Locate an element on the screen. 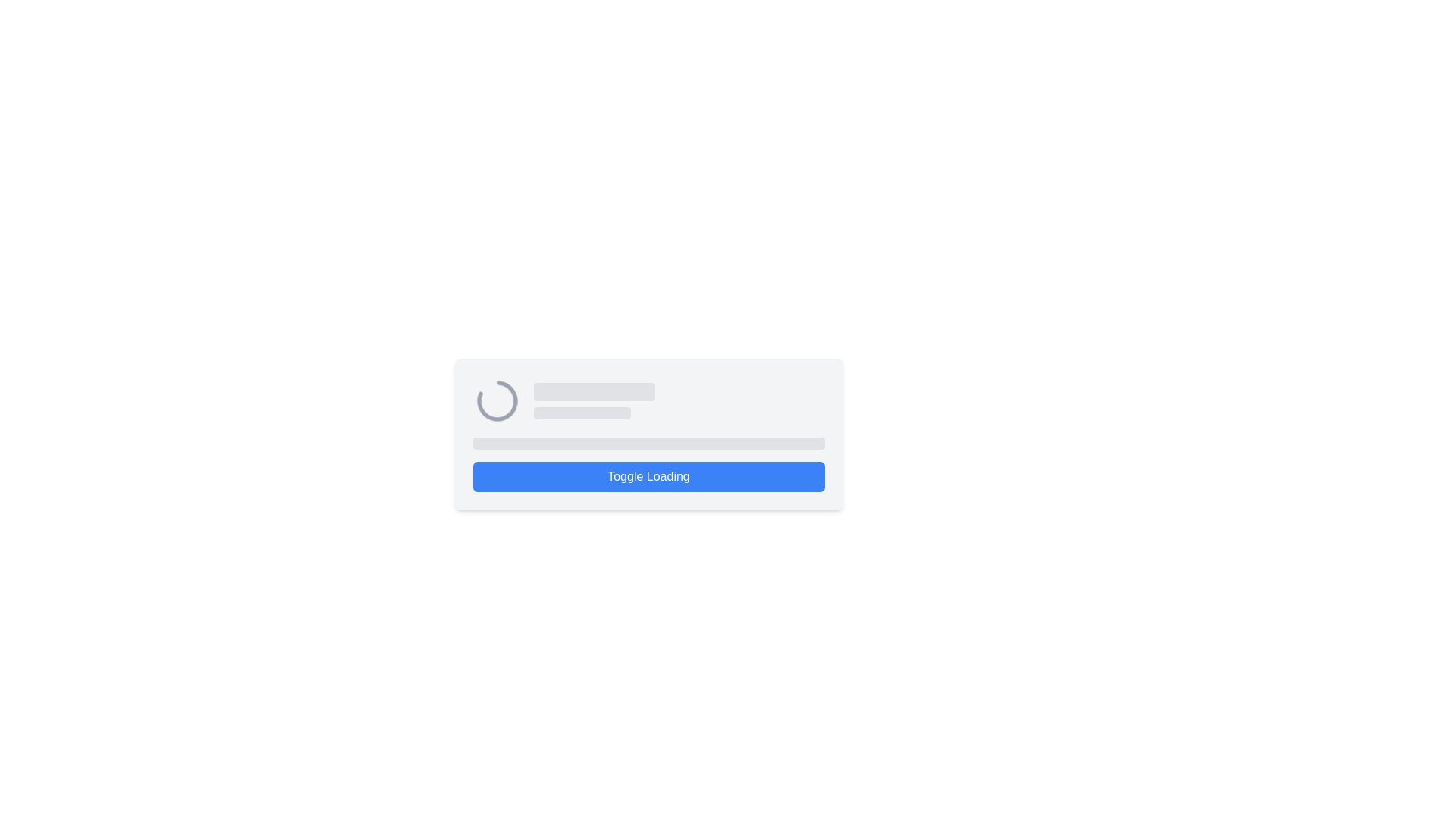 This screenshot has height=819, width=1456. the blue button labeled 'Toggle Loading' is located at coordinates (648, 435).